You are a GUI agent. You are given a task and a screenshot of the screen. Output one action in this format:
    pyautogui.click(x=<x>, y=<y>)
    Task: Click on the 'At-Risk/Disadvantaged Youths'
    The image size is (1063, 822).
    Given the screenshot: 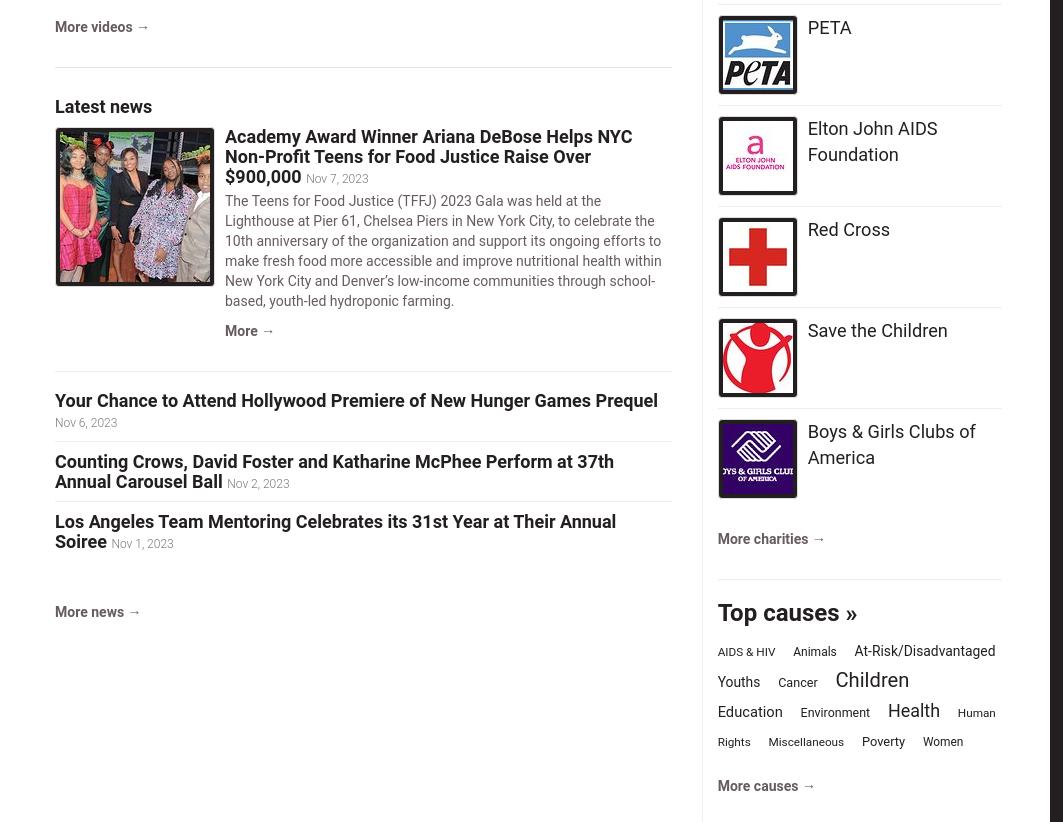 What is the action you would take?
    pyautogui.click(x=855, y=664)
    